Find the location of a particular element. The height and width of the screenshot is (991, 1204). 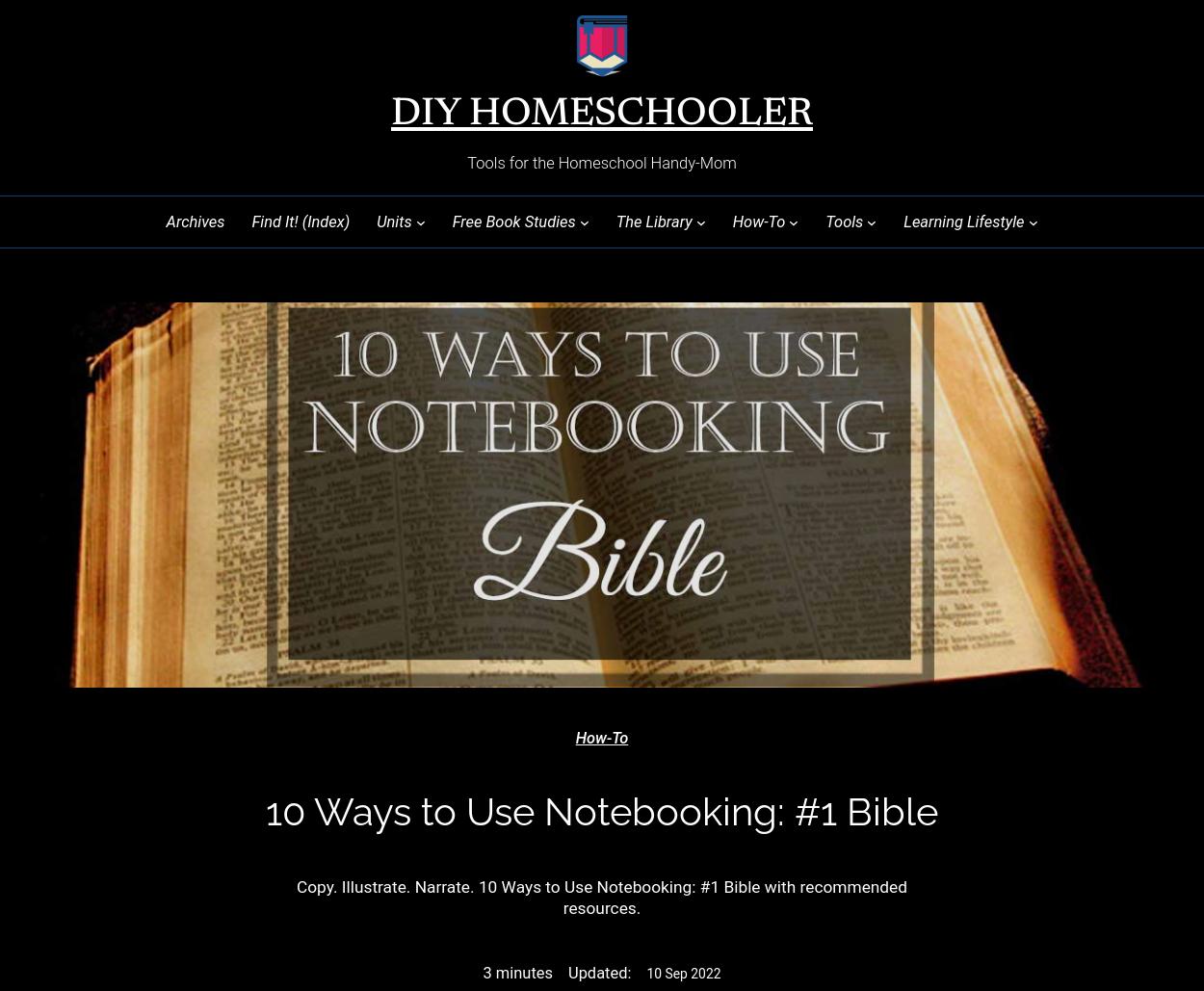

'Updated:' is located at coordinates (598, 971).